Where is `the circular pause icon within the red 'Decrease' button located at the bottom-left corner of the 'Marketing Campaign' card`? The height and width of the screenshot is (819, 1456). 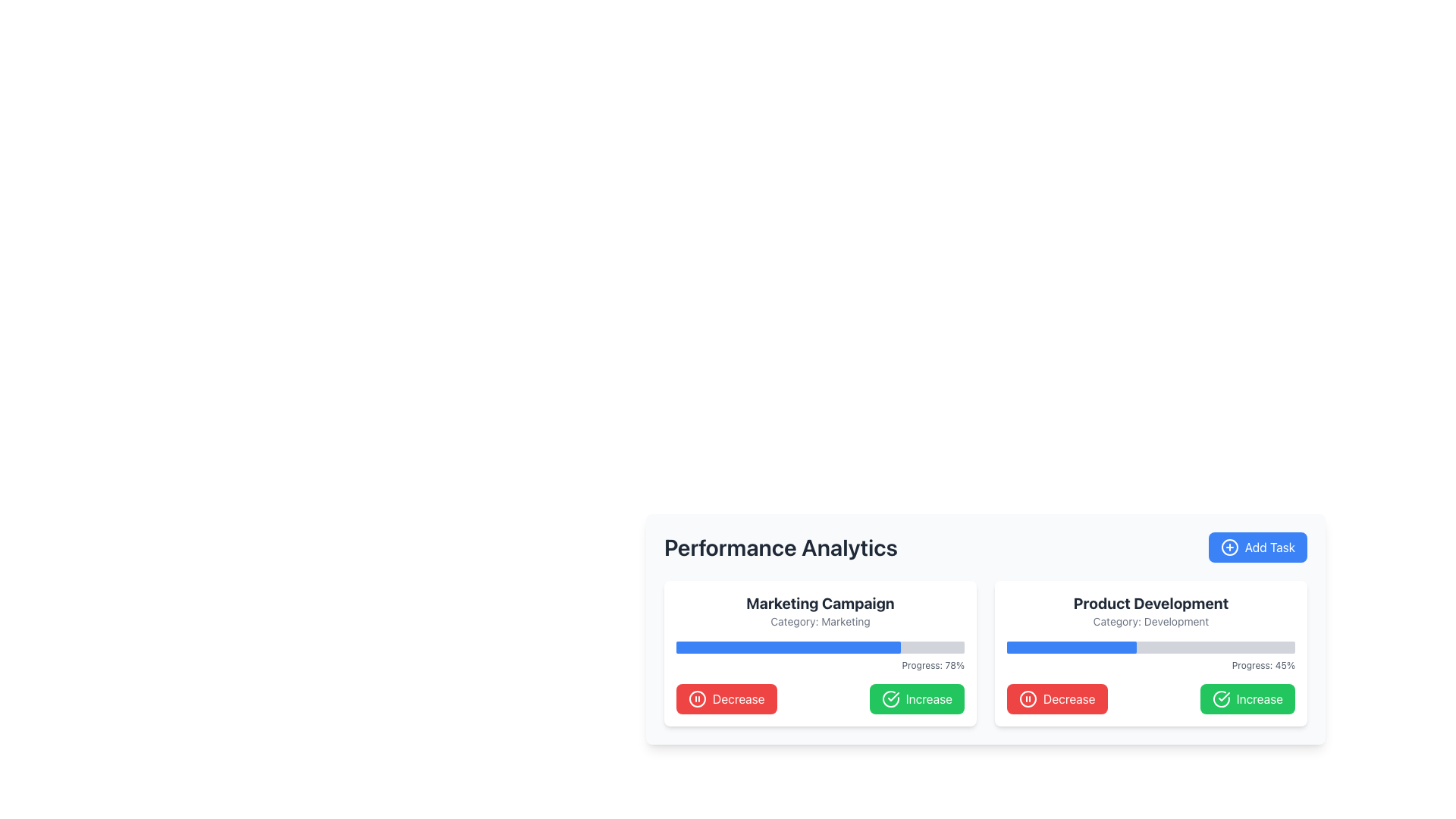
the circular pause icon within the red 'Decrease' button located at the bottom-left corner of the 'Marketing Campaign' card is located at coordinates (697, 698).